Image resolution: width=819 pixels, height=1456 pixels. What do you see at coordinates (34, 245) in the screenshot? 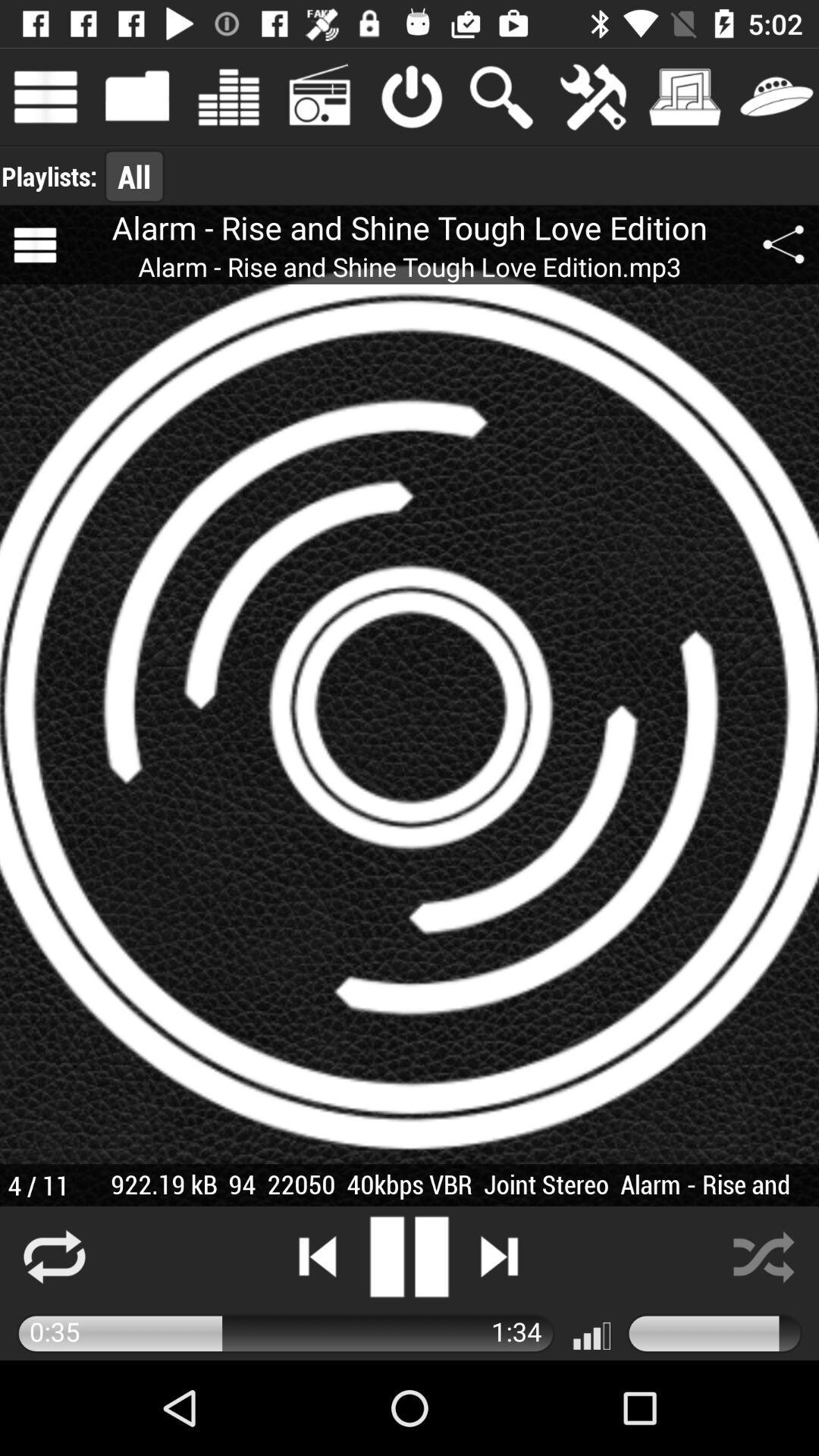
I see `the icon to the left of the alarm rise and icon` at bounding box center [34, 245].